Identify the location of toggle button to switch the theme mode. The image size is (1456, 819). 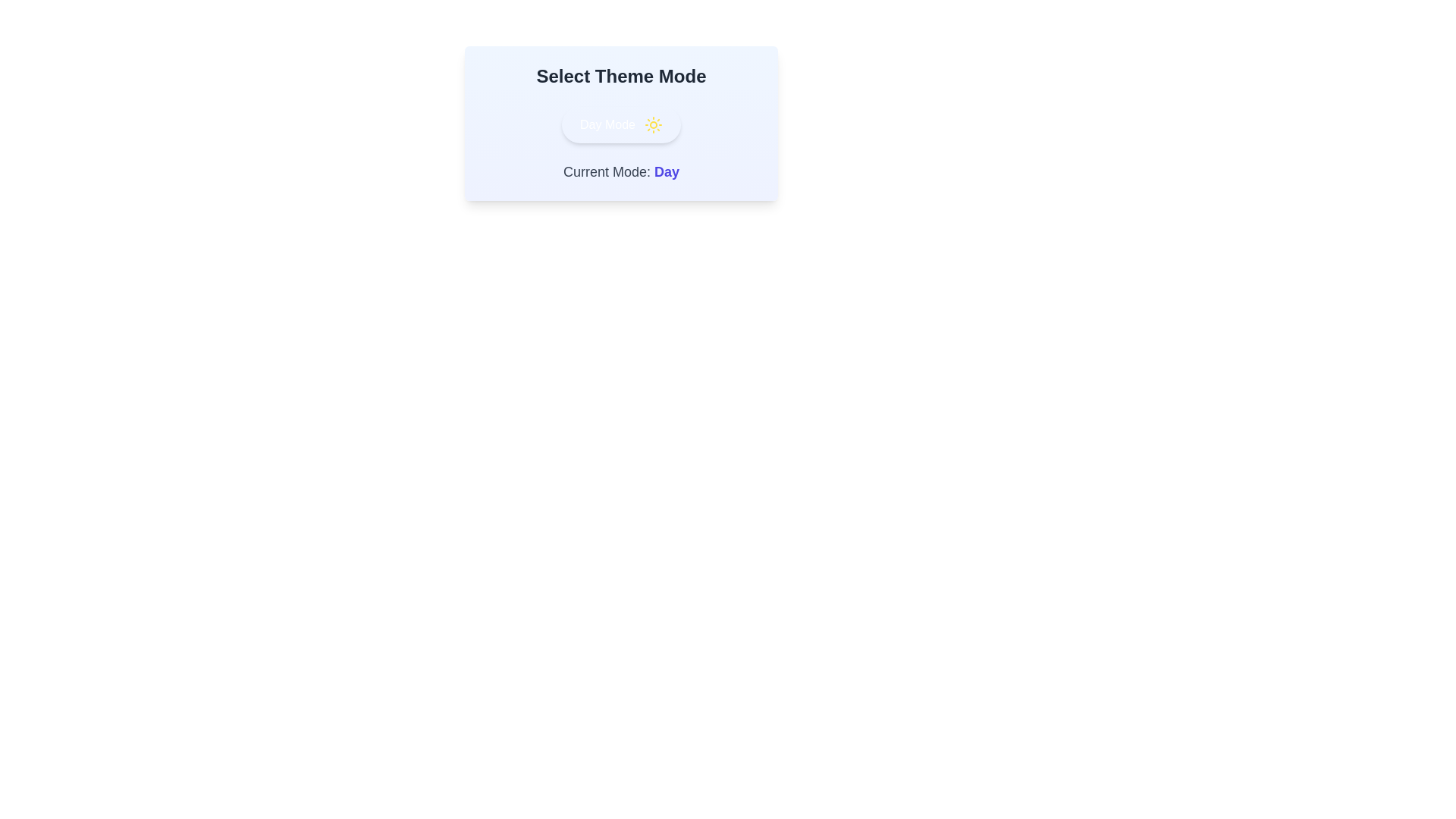
(621, 124).